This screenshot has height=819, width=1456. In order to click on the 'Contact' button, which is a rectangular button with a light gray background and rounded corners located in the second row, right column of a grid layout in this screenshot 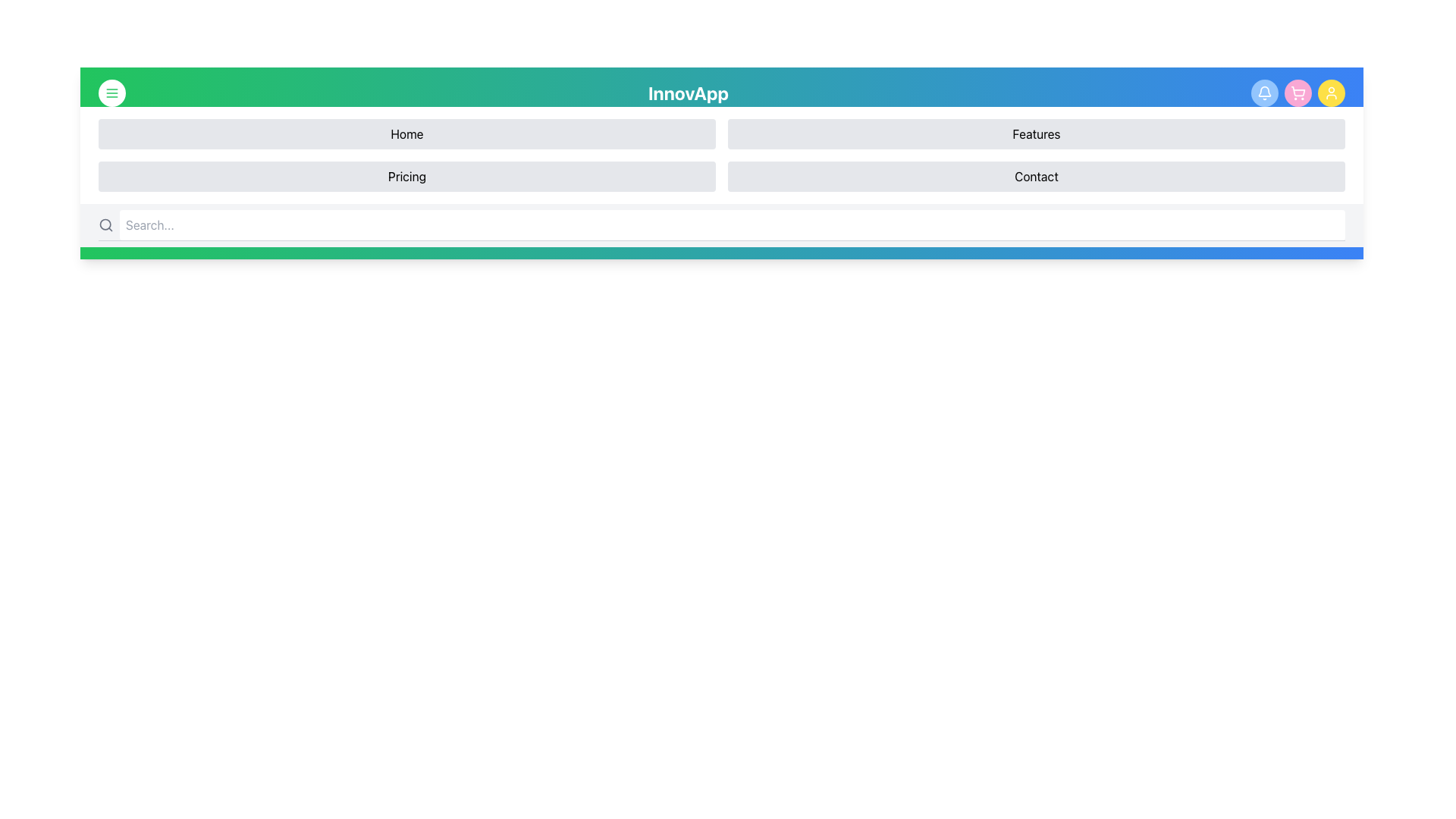, I will do `click(1036, 175)`.